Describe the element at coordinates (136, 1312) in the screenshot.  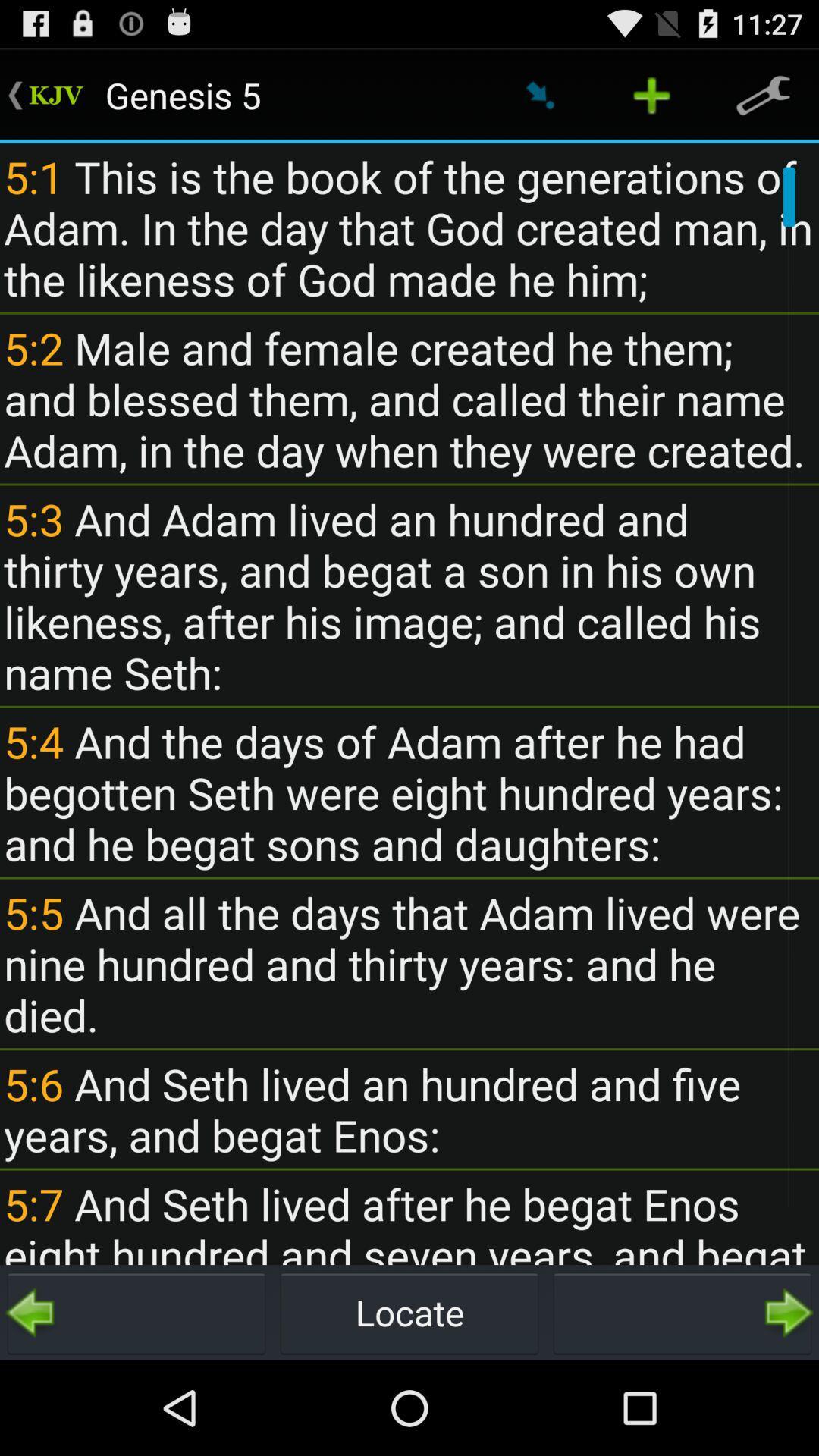
I see `button to the left of locate icon` at that location.